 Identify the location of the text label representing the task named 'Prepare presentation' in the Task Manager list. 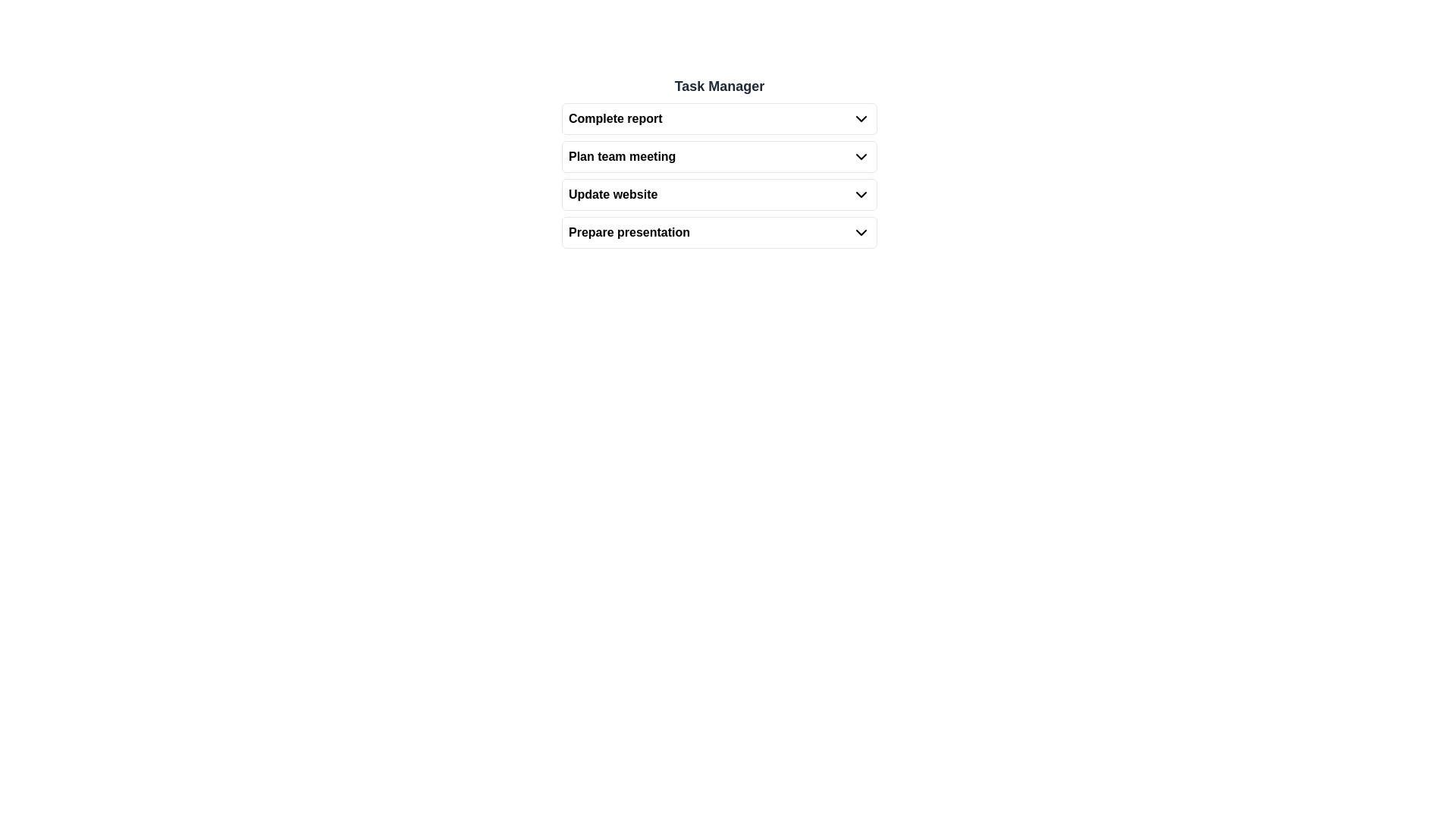
(629, 233).